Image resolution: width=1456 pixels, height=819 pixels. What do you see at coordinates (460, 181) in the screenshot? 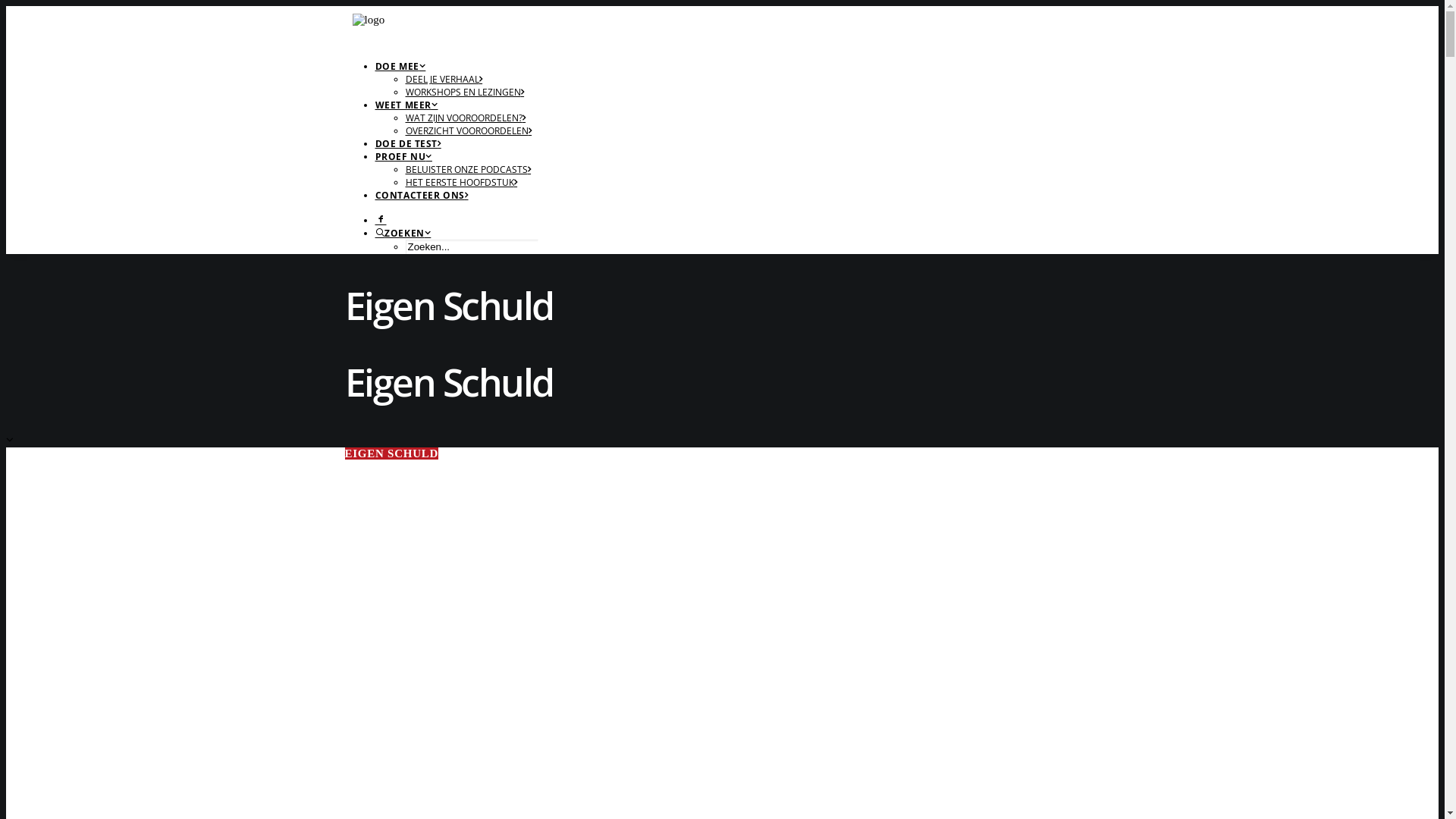
I see `'HET EERSTE HOOFDSTUK'` at bounding box center [460, 181].